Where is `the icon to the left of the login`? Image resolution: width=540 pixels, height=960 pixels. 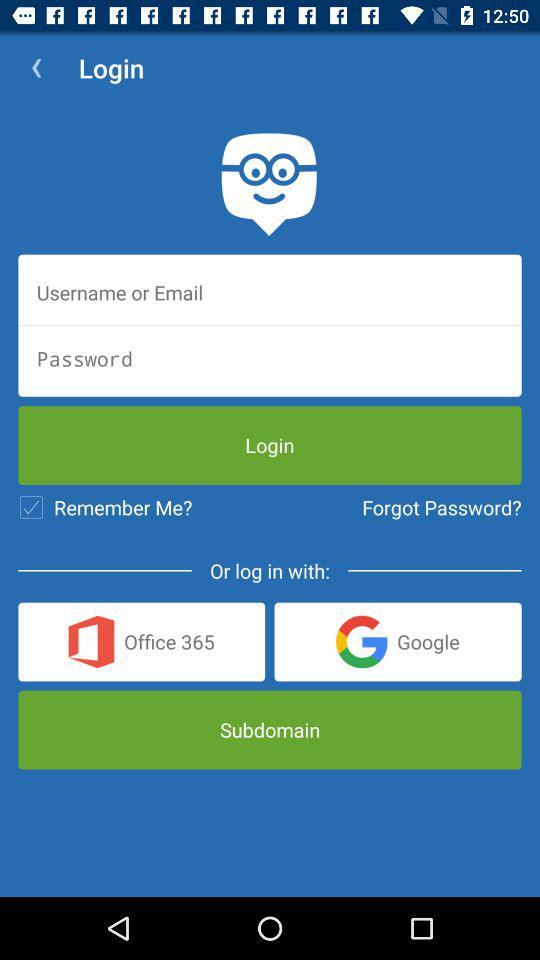
the icon to the left of the login is located at coordinates (36, 68).